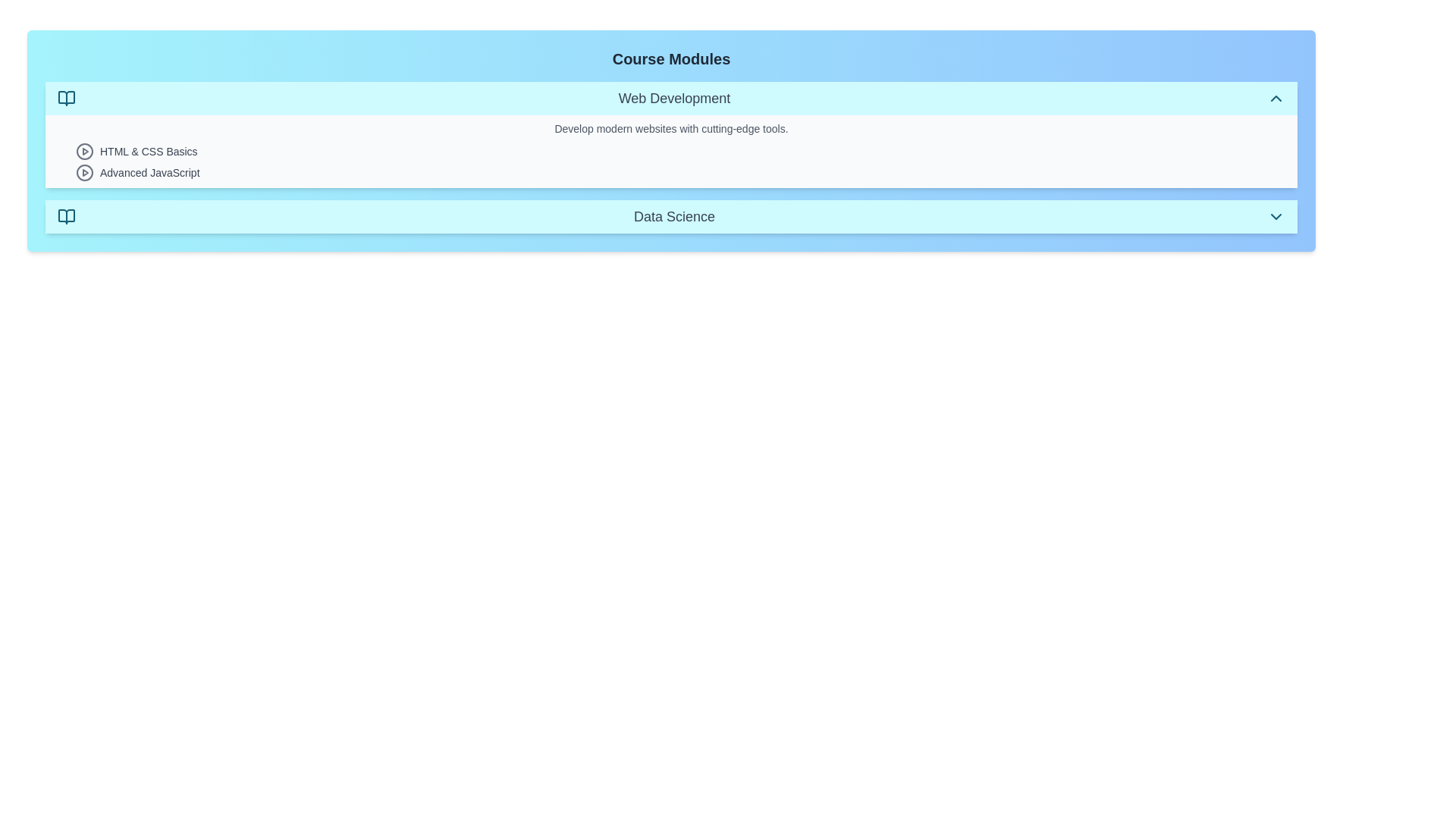  What do you see at coordinates (65, 99) in the screenshot?
I see `the 'open book' icon located at the top-left corner of the 'Web Development' module header` at bounding box center [65, 99].